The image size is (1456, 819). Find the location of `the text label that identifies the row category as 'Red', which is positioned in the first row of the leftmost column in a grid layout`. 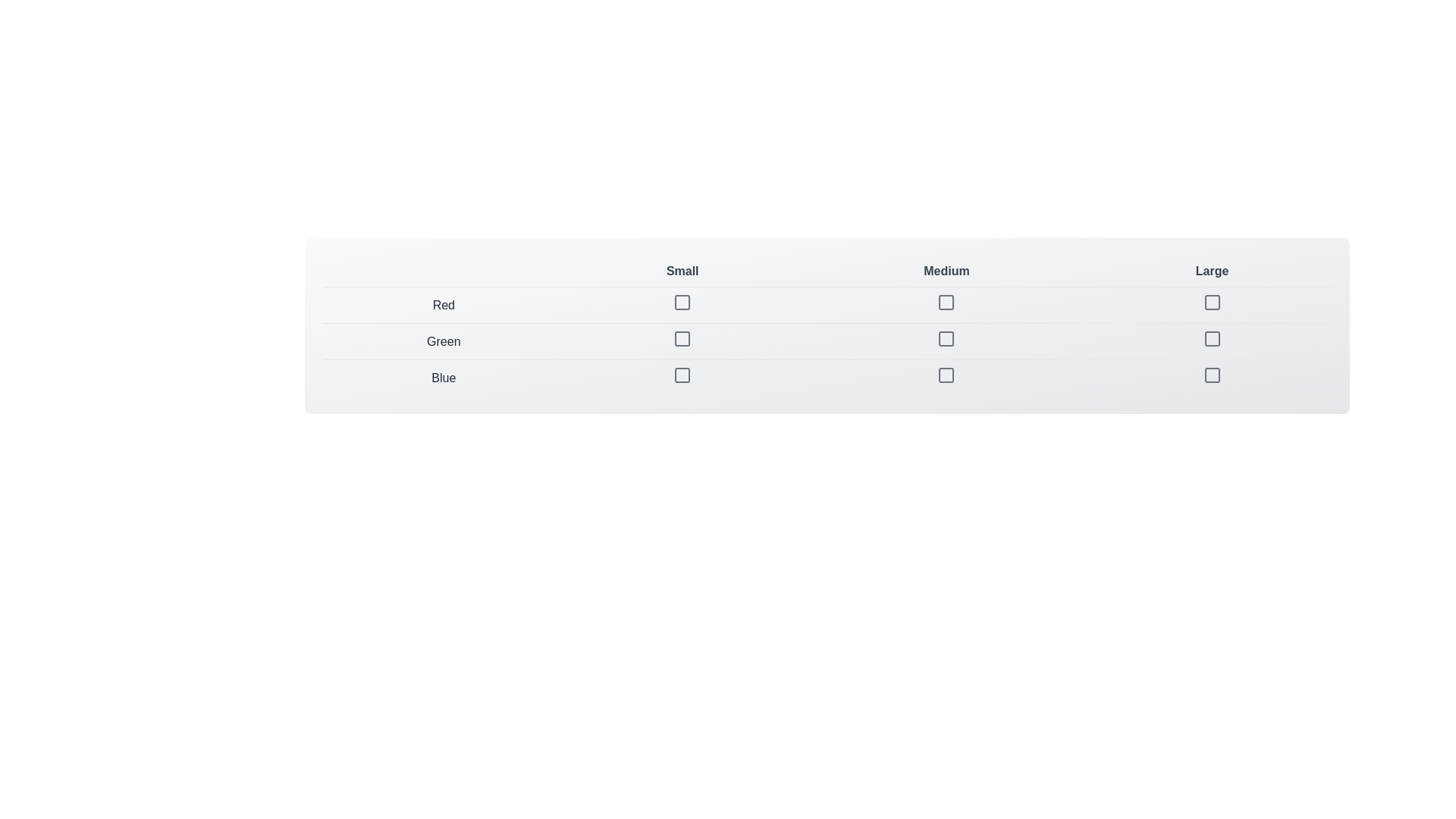

the text label that identifies the row category as 'Red', which is positioned in the first row of the leftmost column in a grid layout is located at coordinates (443, 305).